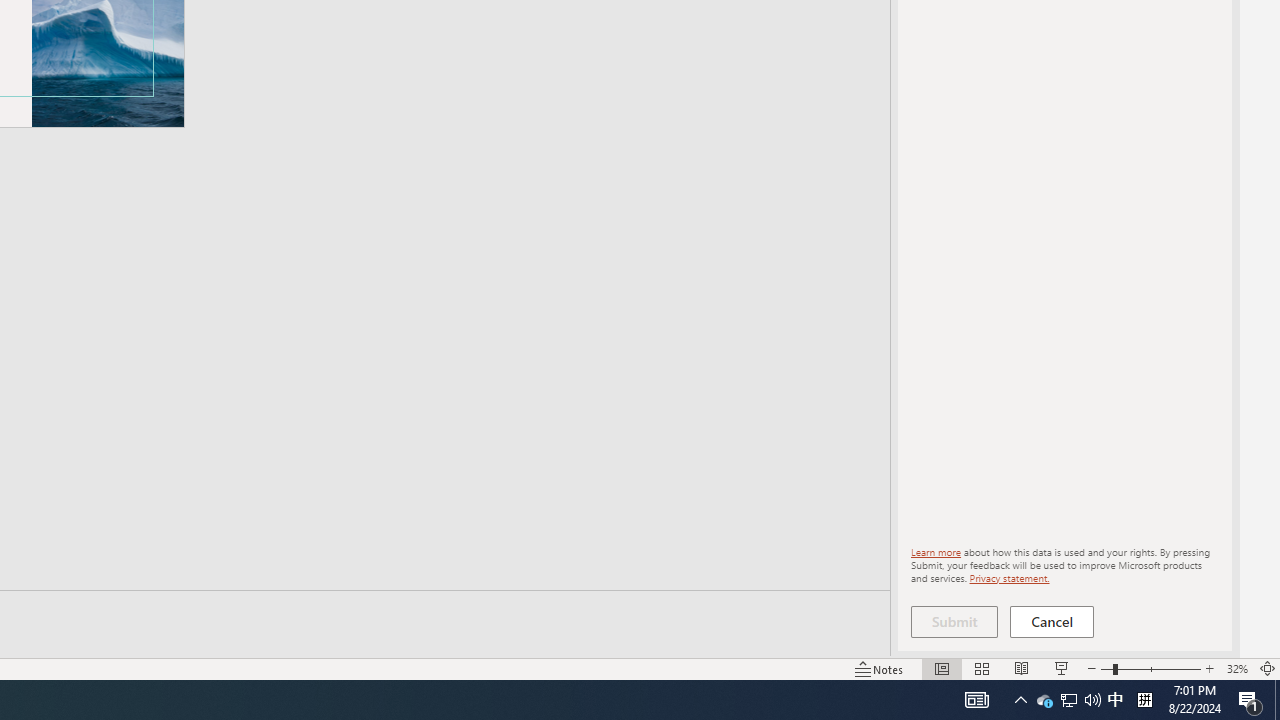 Image resolution: width=1280 pixels, height=720 pixels. Describe the element at coordinates (1022, 669) in the screenshot. I see `'Reading View'` at that location.